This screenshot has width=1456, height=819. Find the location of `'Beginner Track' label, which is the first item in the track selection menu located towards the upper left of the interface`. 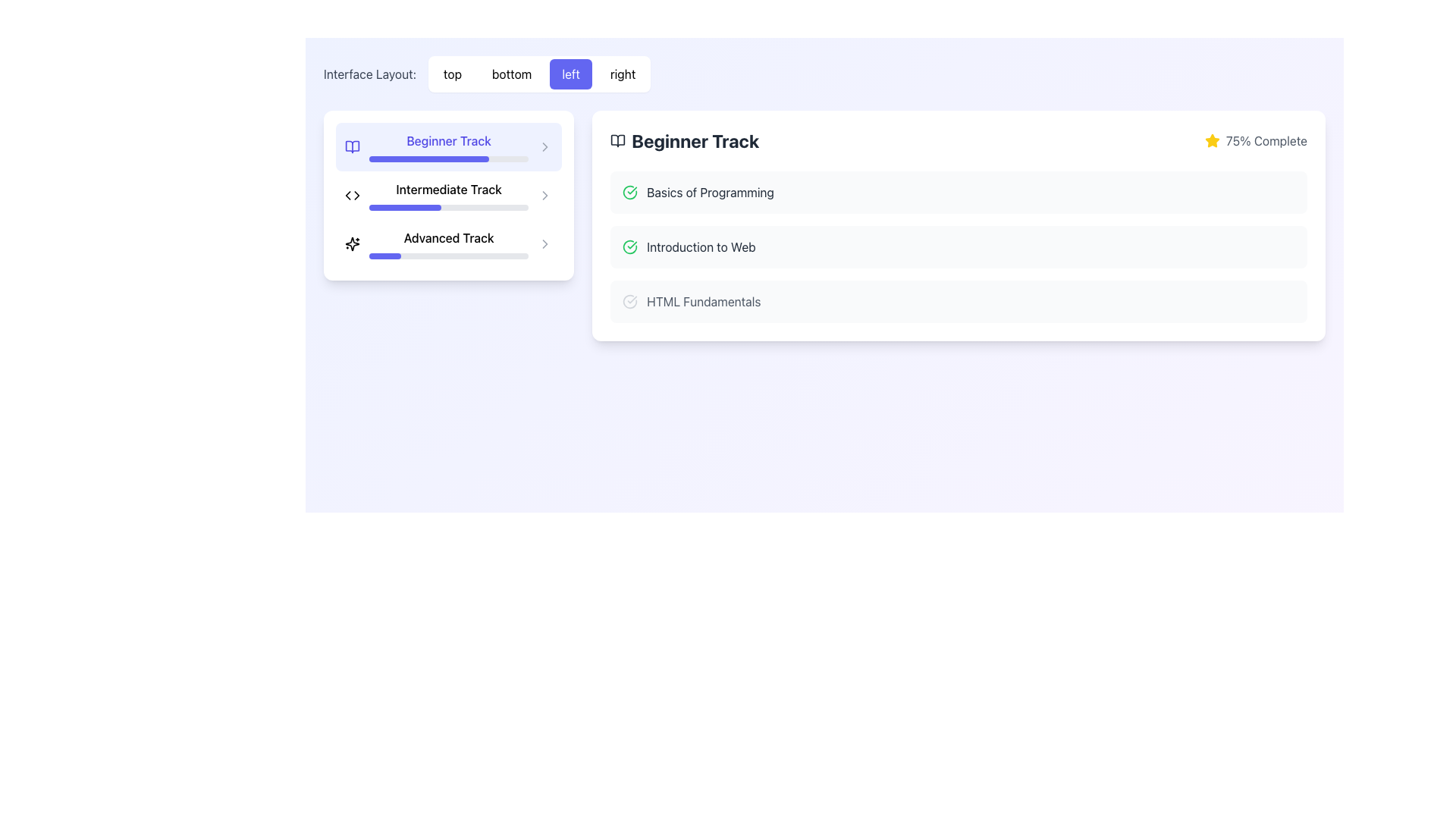

'Beginner Track' label, which is the first item in the track selection menu located towards the upper left of the interface is located at coordinates (448, 140).